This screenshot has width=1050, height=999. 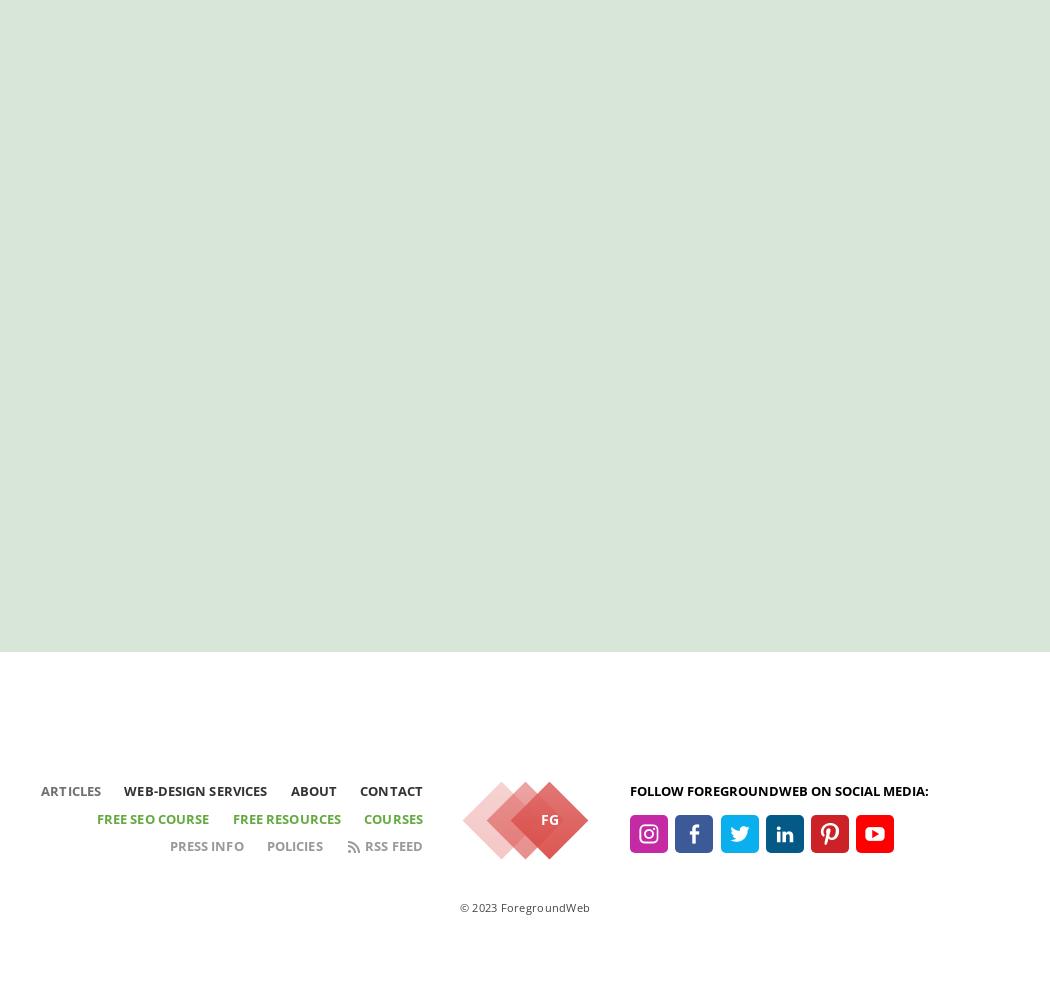 I want to click on 'About', so click(x=313, y=791).